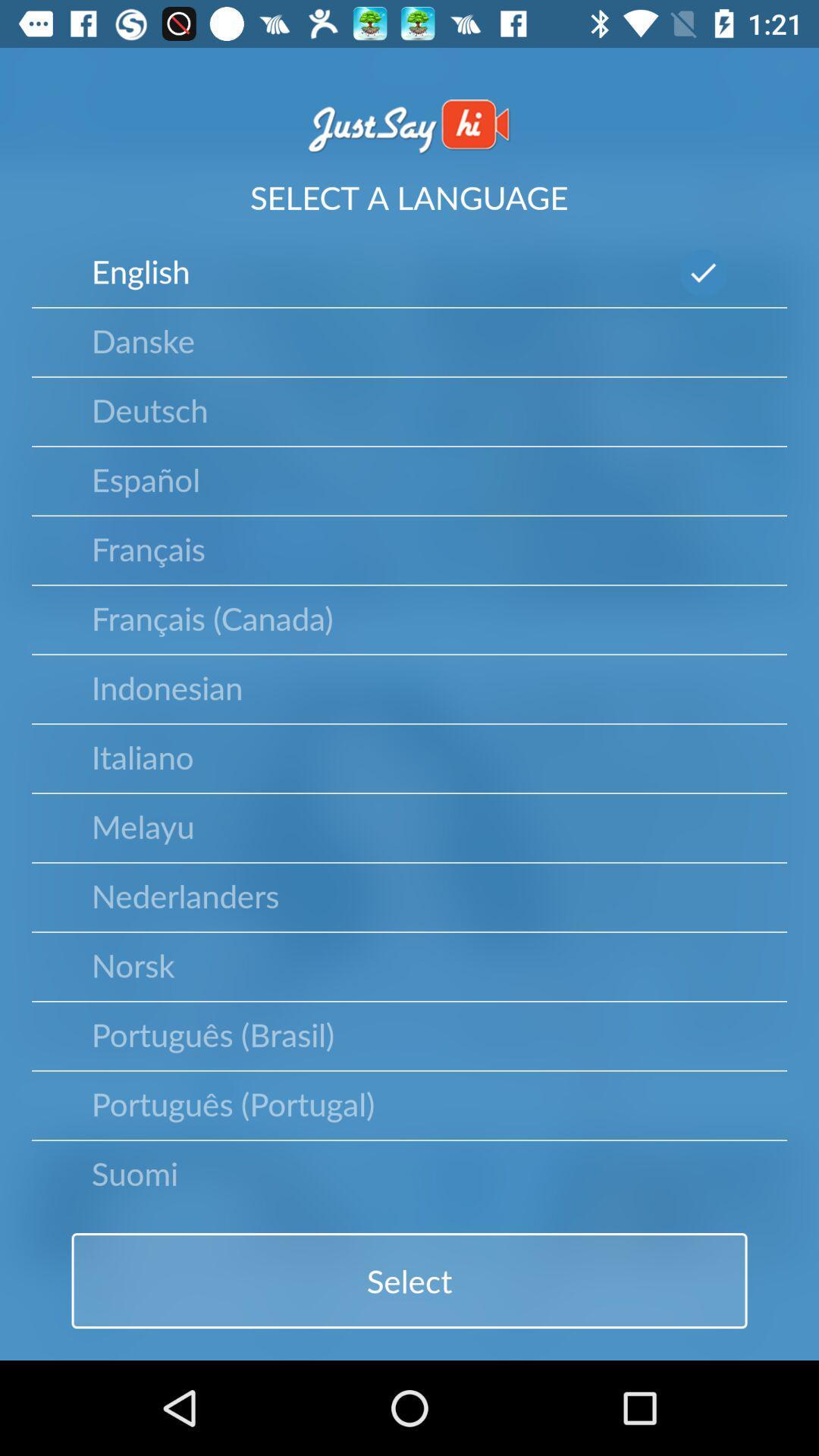  Describe the element at coordinates (149, 409) in the screenshot. I see `the deutsch item` at that location.